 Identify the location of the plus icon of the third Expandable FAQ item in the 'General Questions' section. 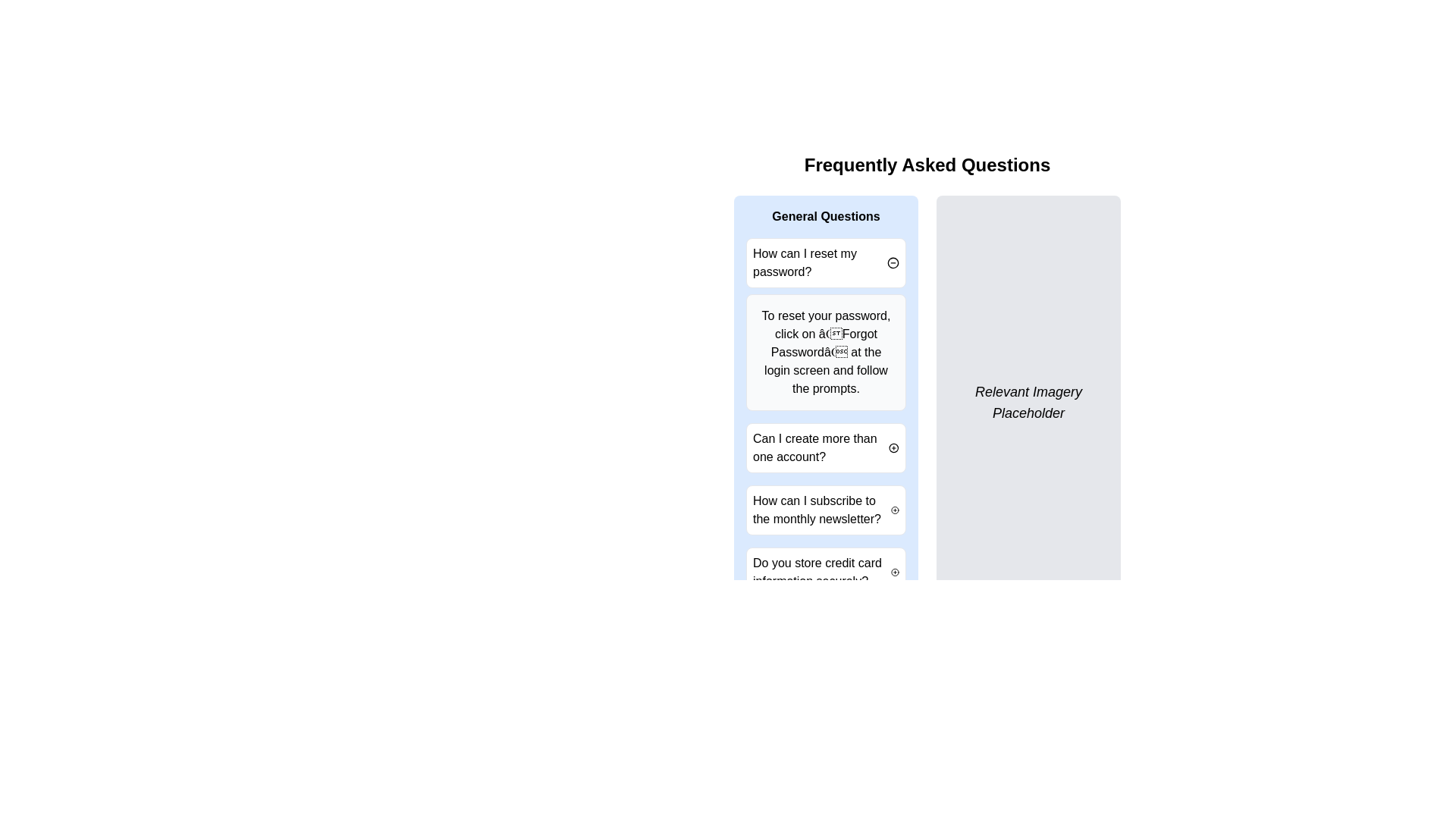
(825, 447).